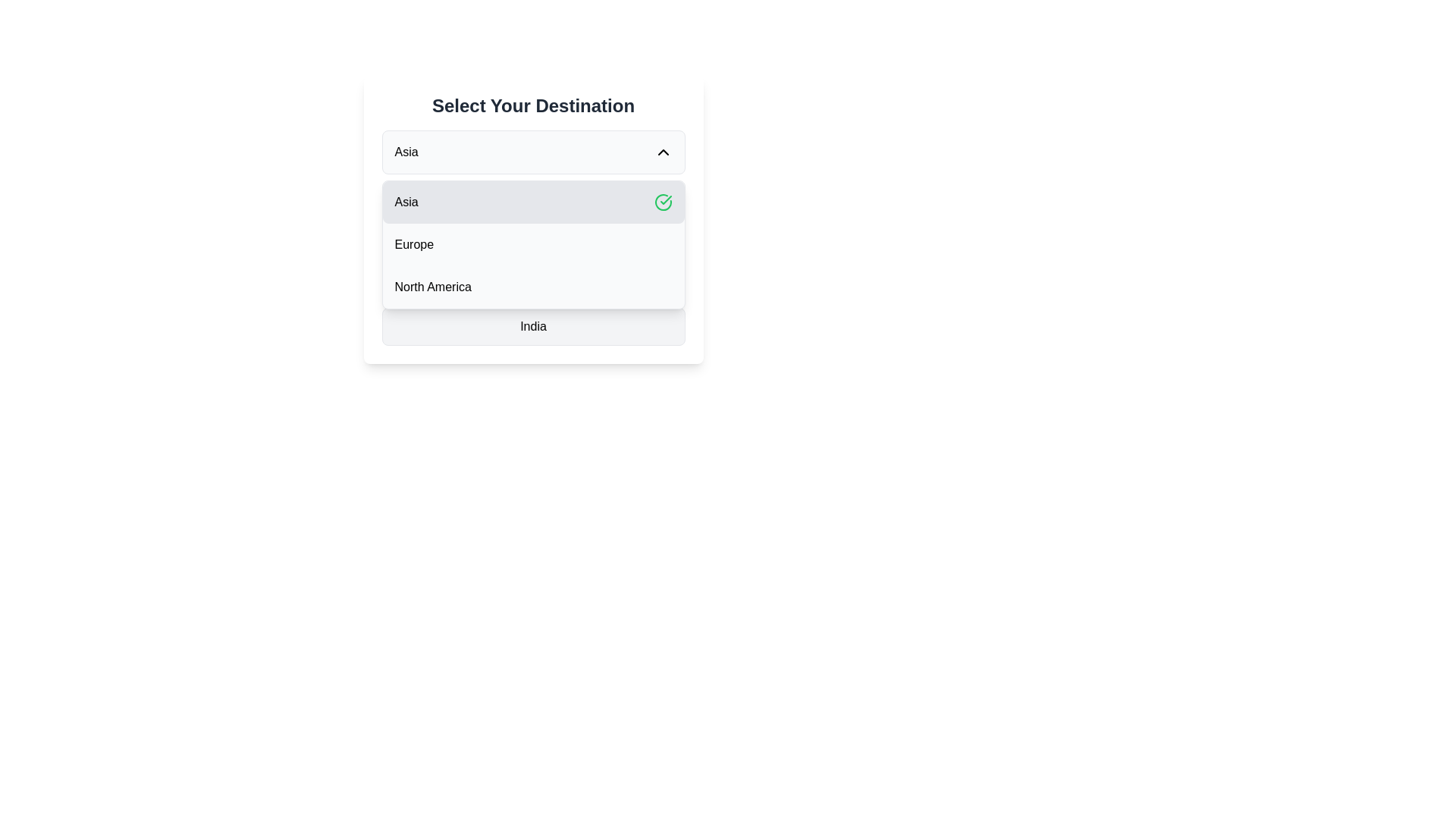 This screenshot has height=819, width=1456. I want to click on the 'Asia' dropdown menu item for keyboard navigation, so click(533, 201).